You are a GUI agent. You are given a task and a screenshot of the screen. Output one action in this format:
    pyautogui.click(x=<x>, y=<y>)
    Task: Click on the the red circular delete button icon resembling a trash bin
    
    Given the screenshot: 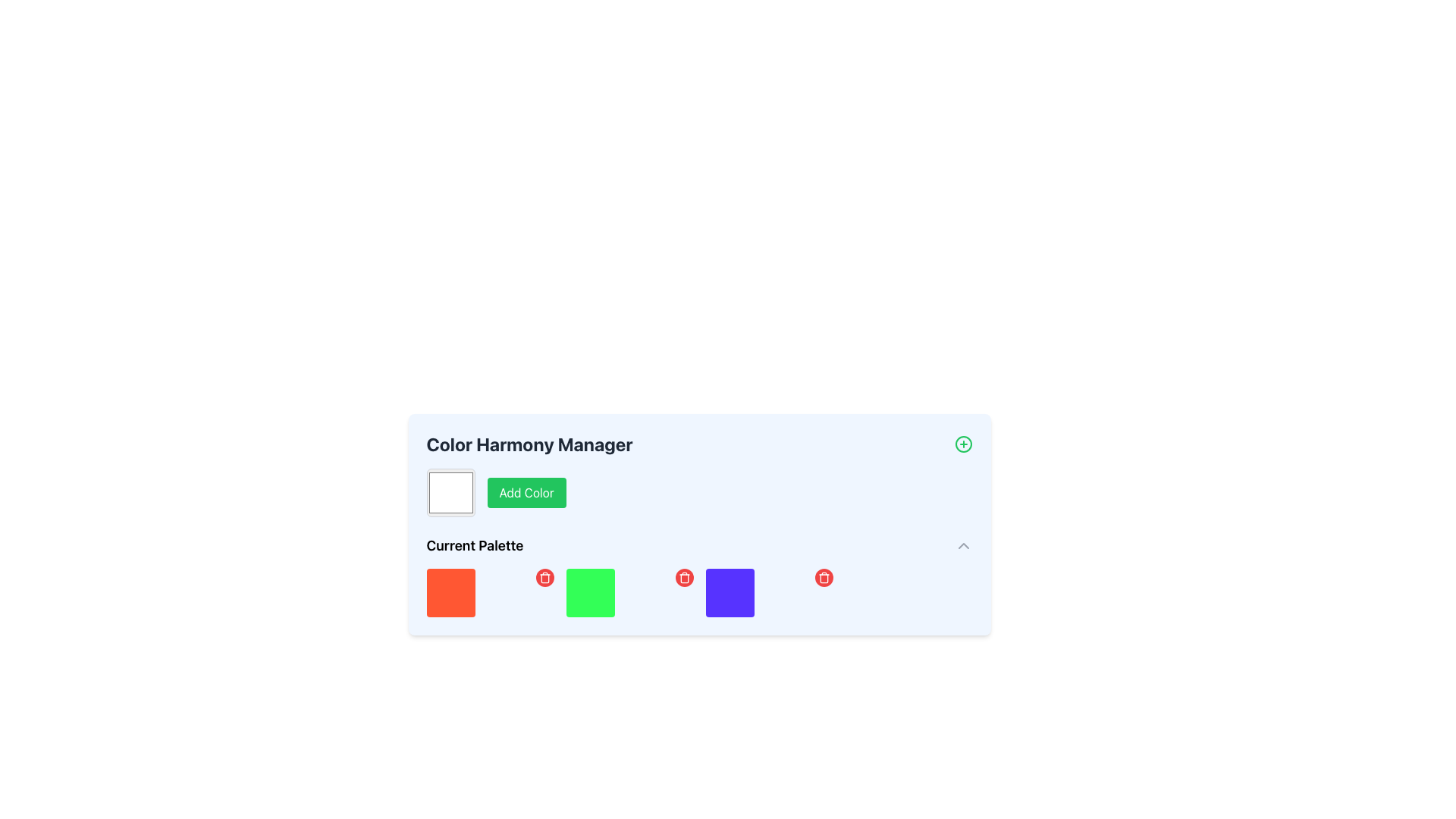 What is the action you would take?
    pyautogui.click(x=823, y=578)
    